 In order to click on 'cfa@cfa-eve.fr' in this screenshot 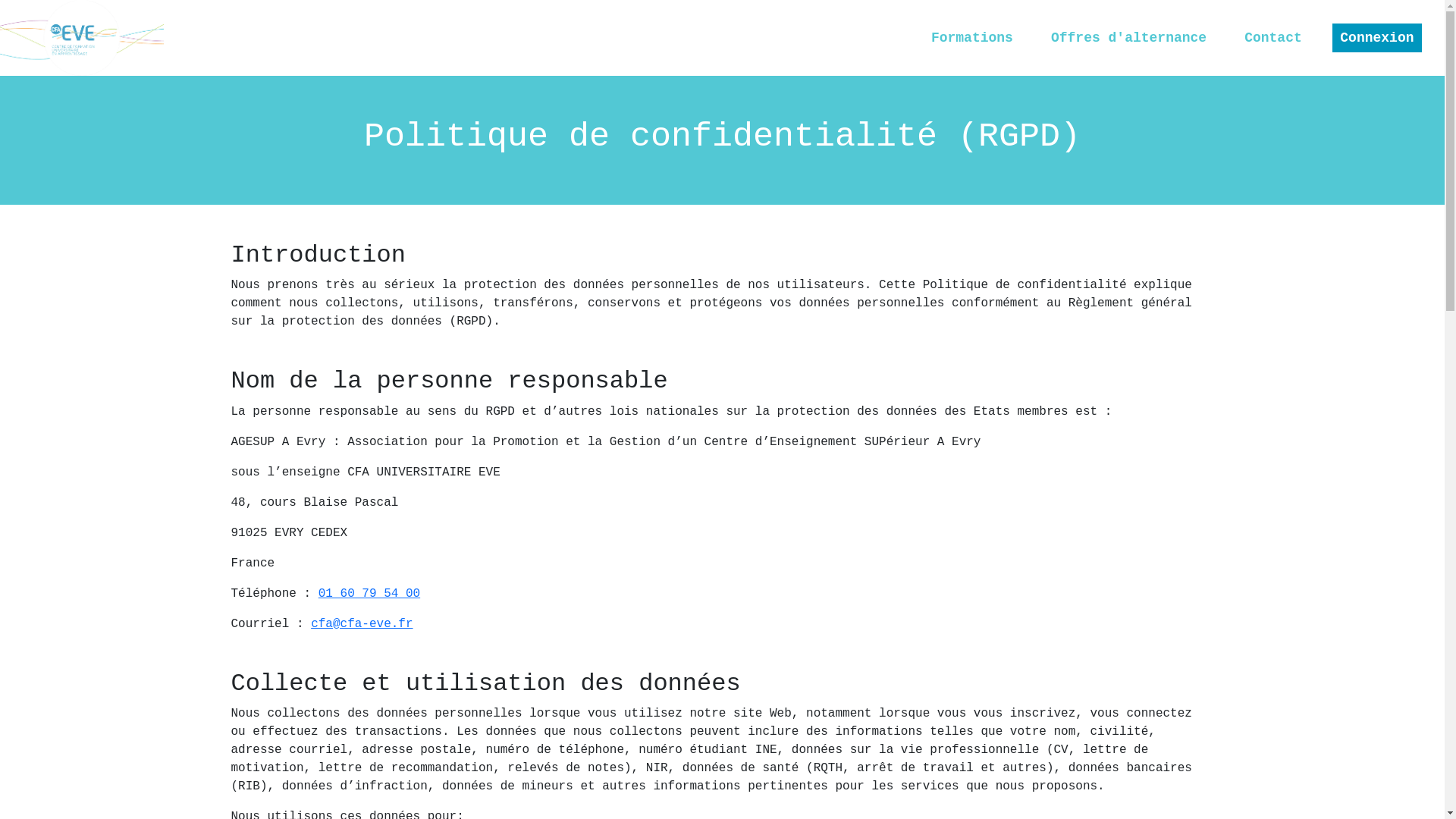, I will do `click(360, 623)`.